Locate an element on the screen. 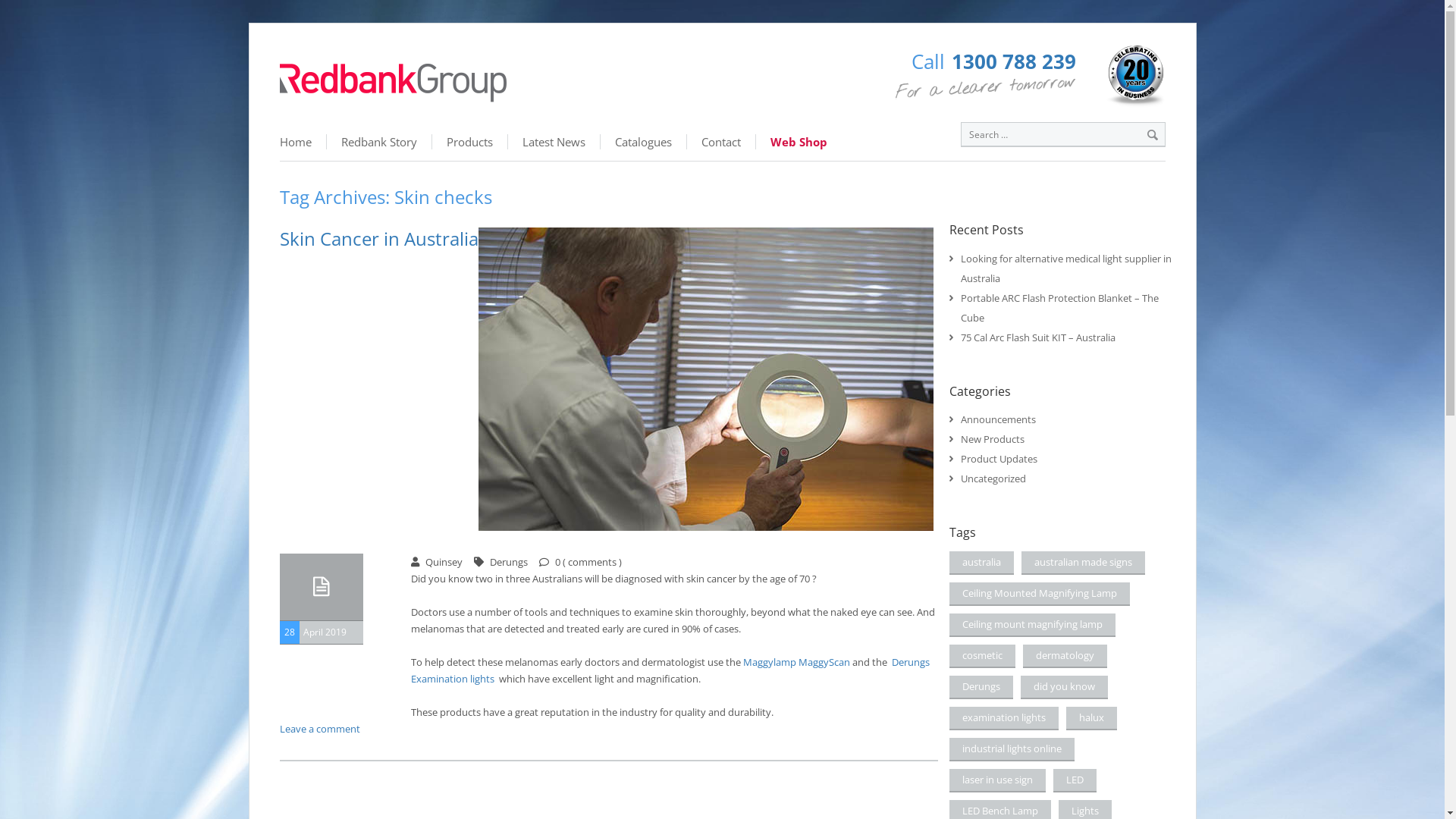 The width and height of the screenshot is (1456, 819). 'Redbank Story' is located at coordinates (378, 141).